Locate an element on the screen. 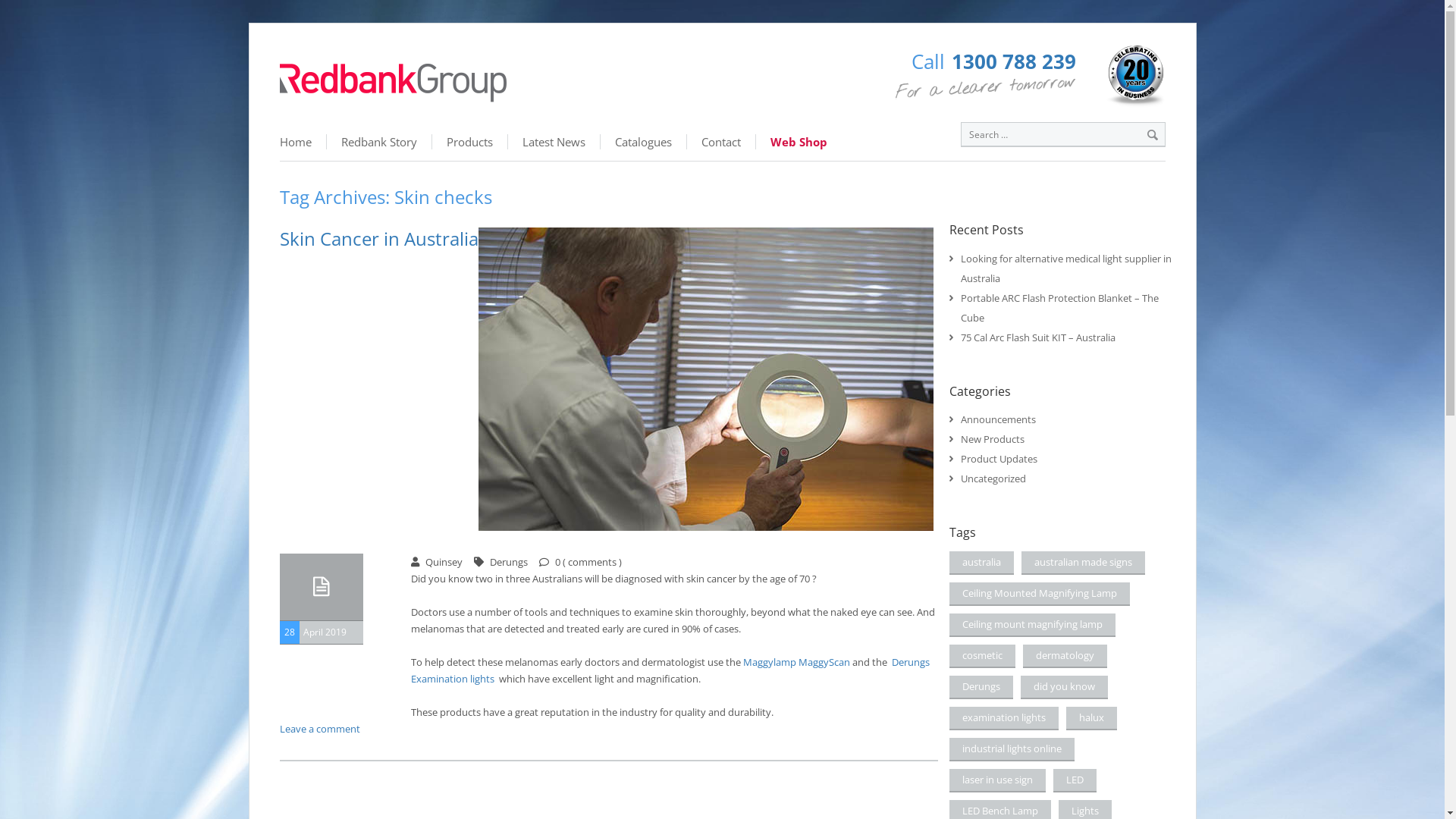 The width and height of the screenshot is (1456, 819). 'Redbank Story' is located at coordinates (378, 141).